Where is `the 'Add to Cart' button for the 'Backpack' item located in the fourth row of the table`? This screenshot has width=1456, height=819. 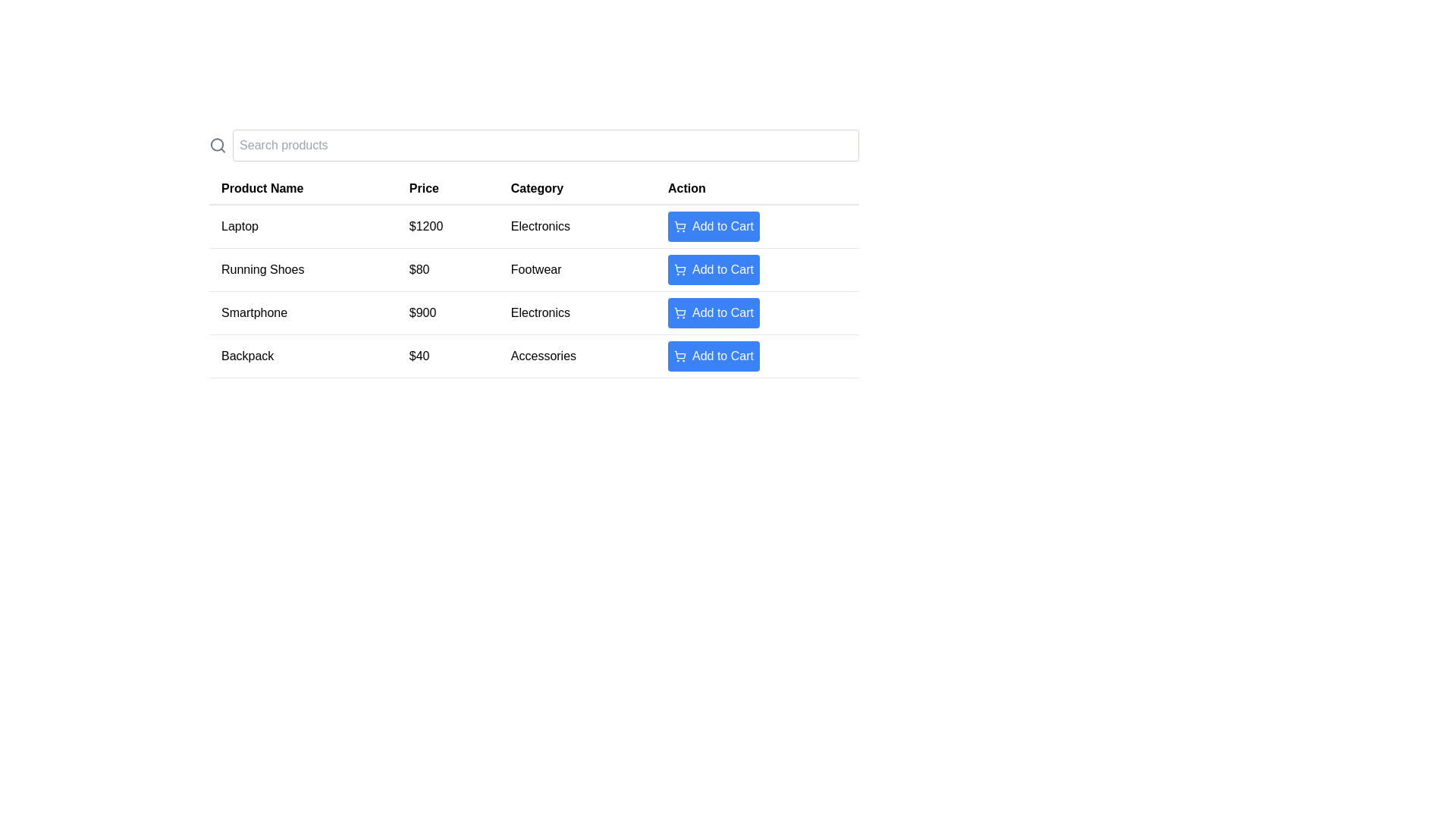 the 'Add to Cart' button for the 'Backpack' item located in the fourth row of the table is located at coordinates (713, 356).